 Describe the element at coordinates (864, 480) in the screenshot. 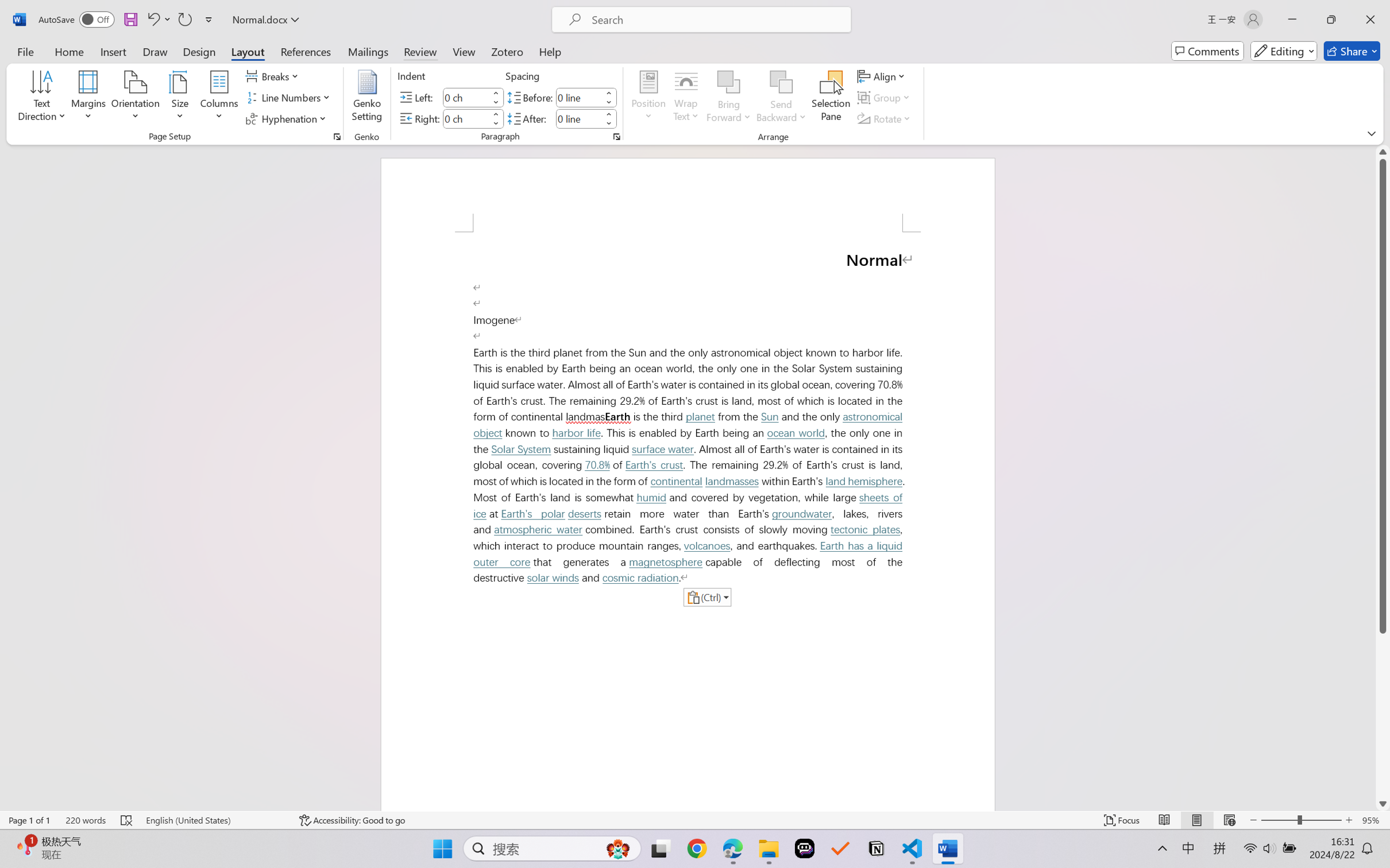

I see `'land hemisphere'` at that location.